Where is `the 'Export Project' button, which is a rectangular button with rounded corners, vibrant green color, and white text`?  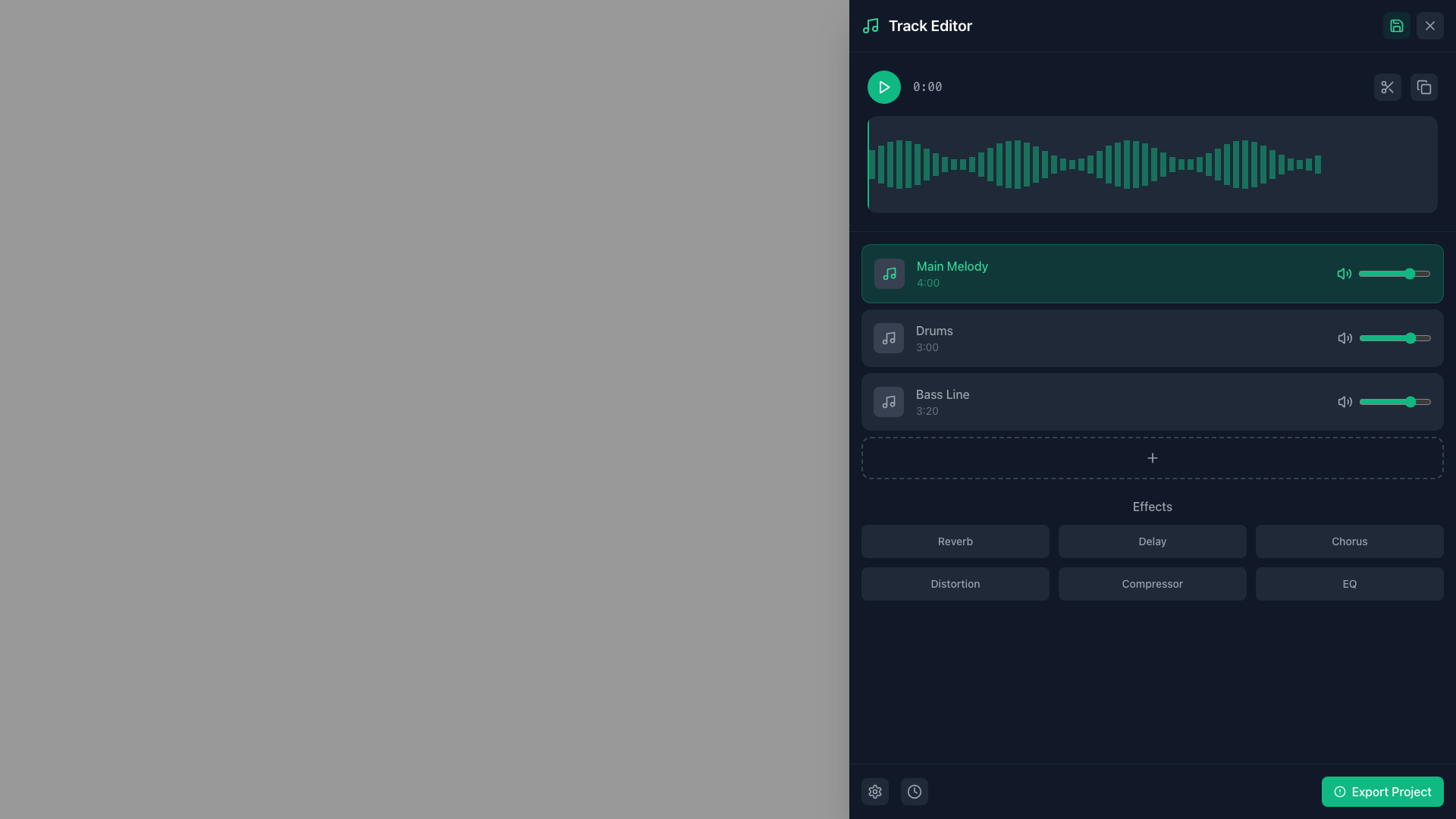 the 'Export Project' button, which is a rectangular button with rounded corners, vibrant green color, and white text is located at coordinates (1382, 791).